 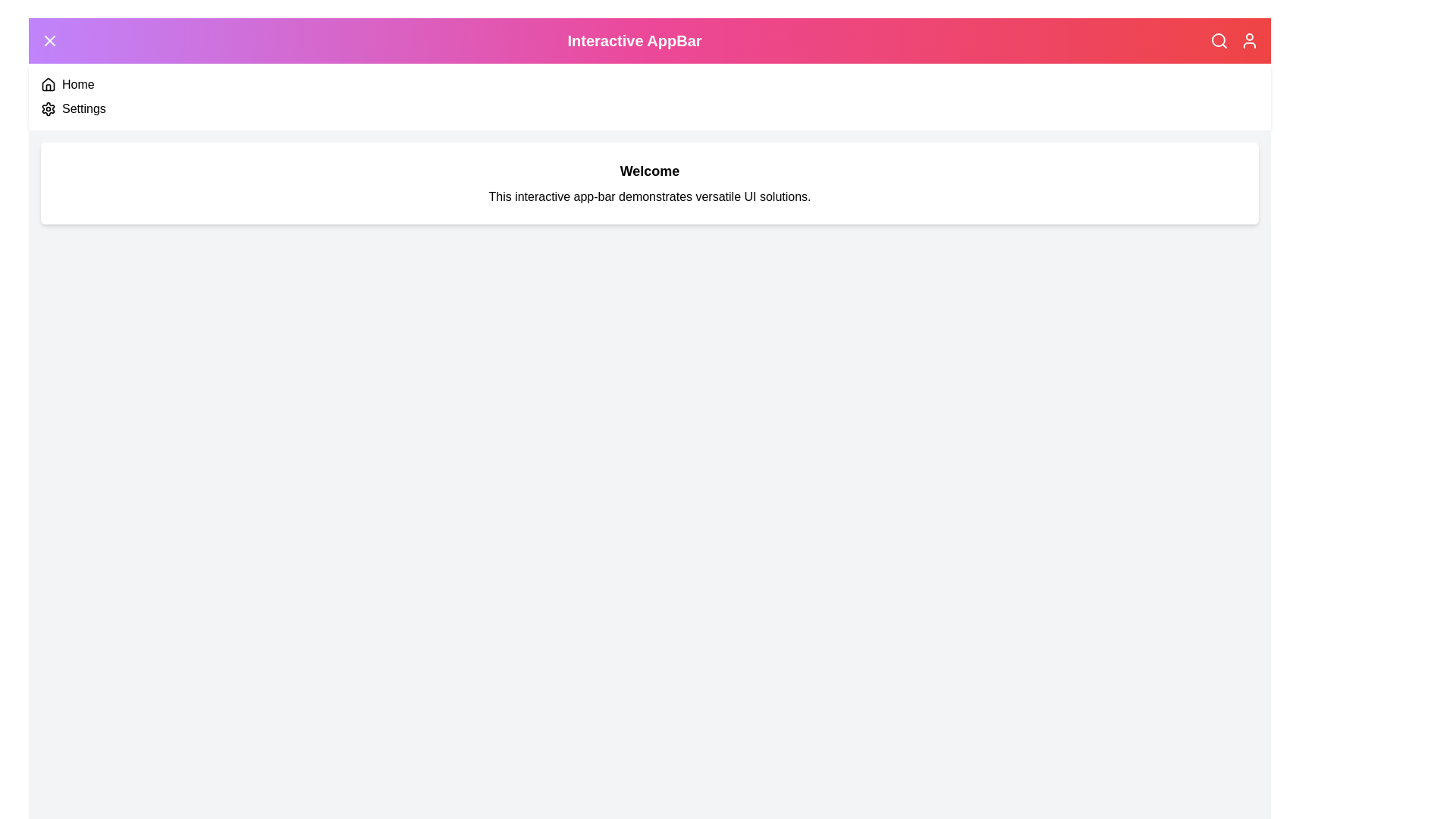 I want to click on the User icon in the AppBar, so click(x=1249, y=40).